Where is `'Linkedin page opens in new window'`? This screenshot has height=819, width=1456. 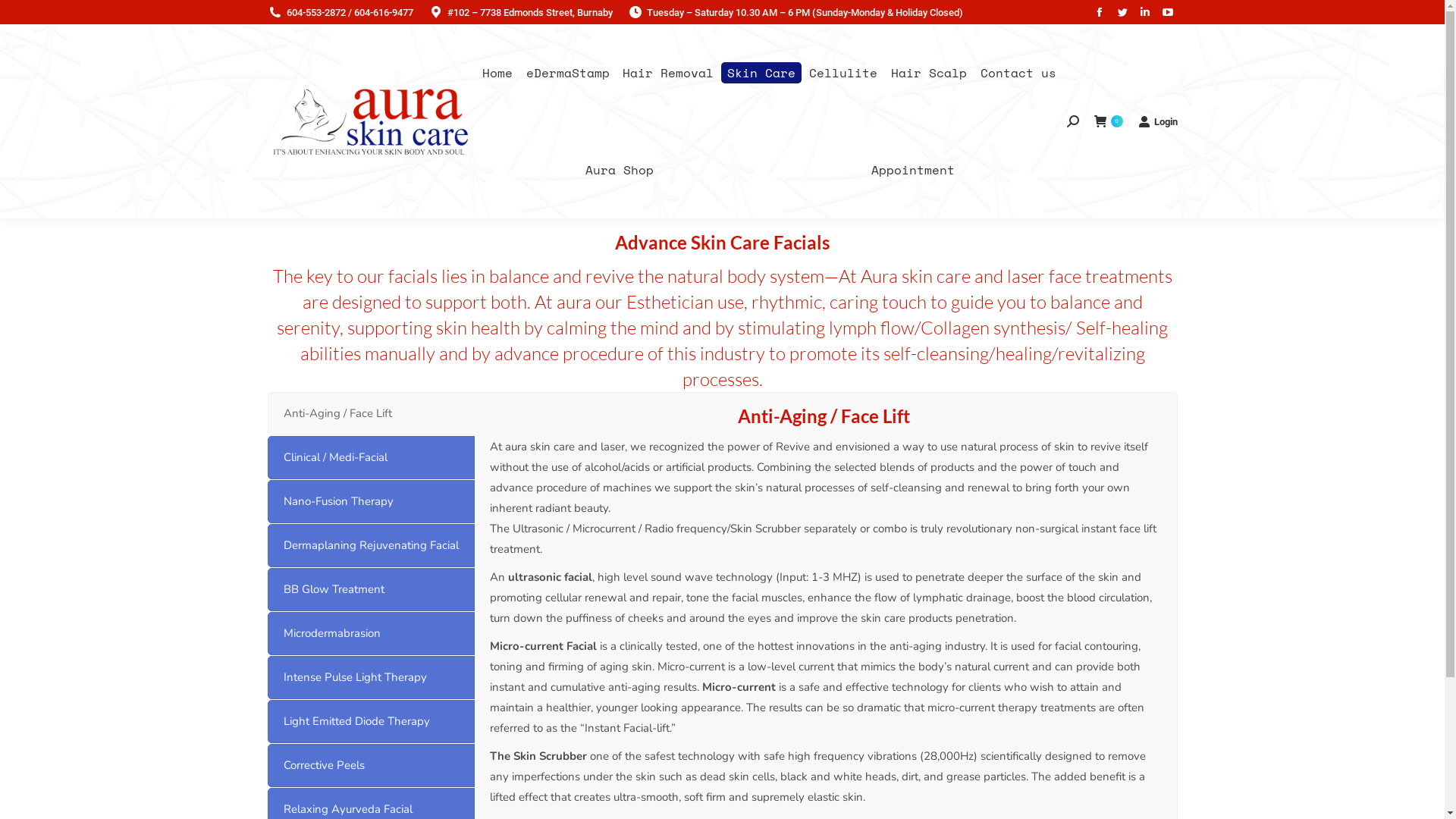 'Linkedin page opens in new window' is located at coordinates (1144, 11).